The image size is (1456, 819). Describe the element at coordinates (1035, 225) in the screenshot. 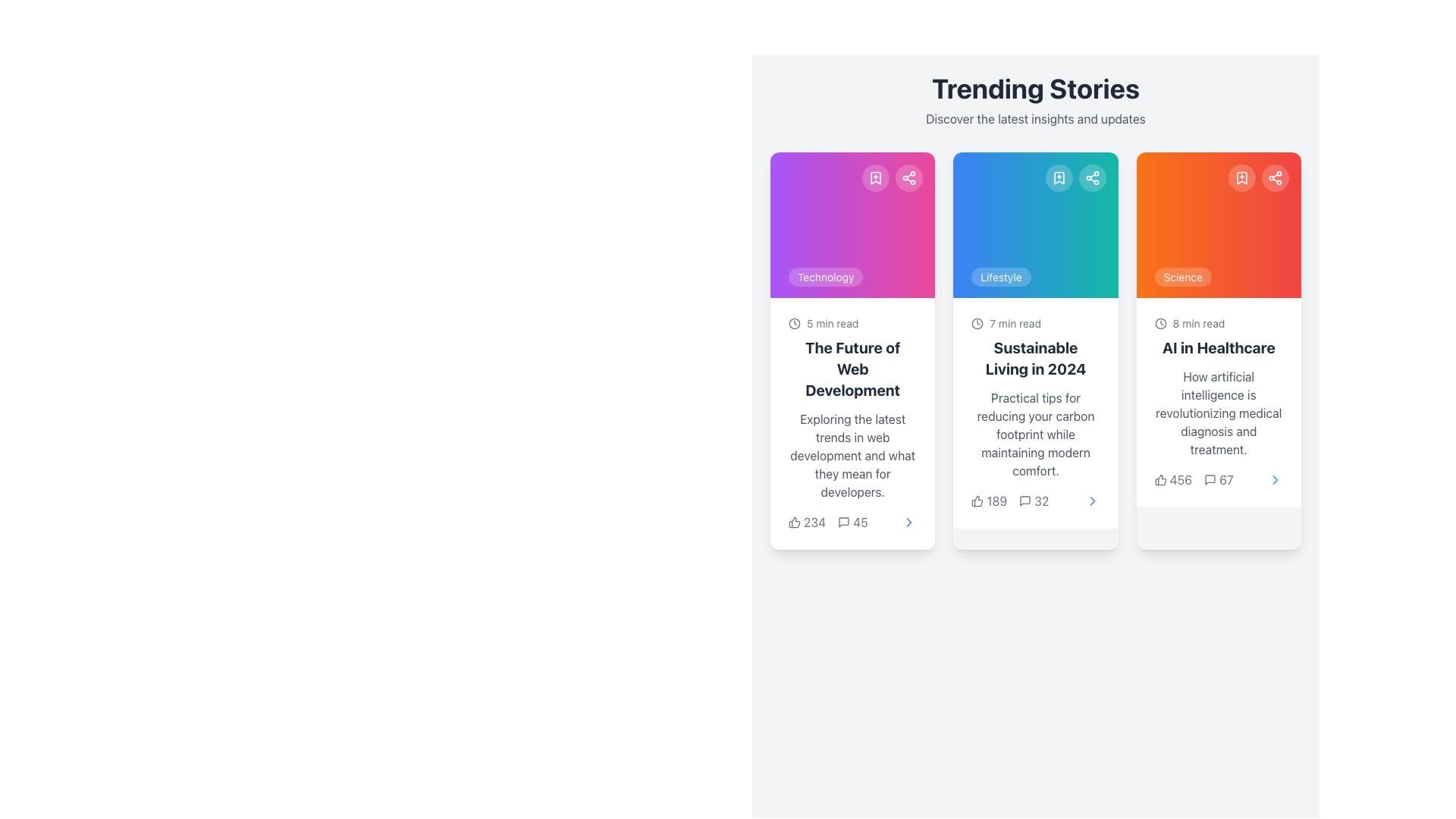

I see `the Header section with category label that features the text 'Lifestyle' at the bottom left, located in the gradient header area of the second card in the 'Trending Stories' section` at that location.